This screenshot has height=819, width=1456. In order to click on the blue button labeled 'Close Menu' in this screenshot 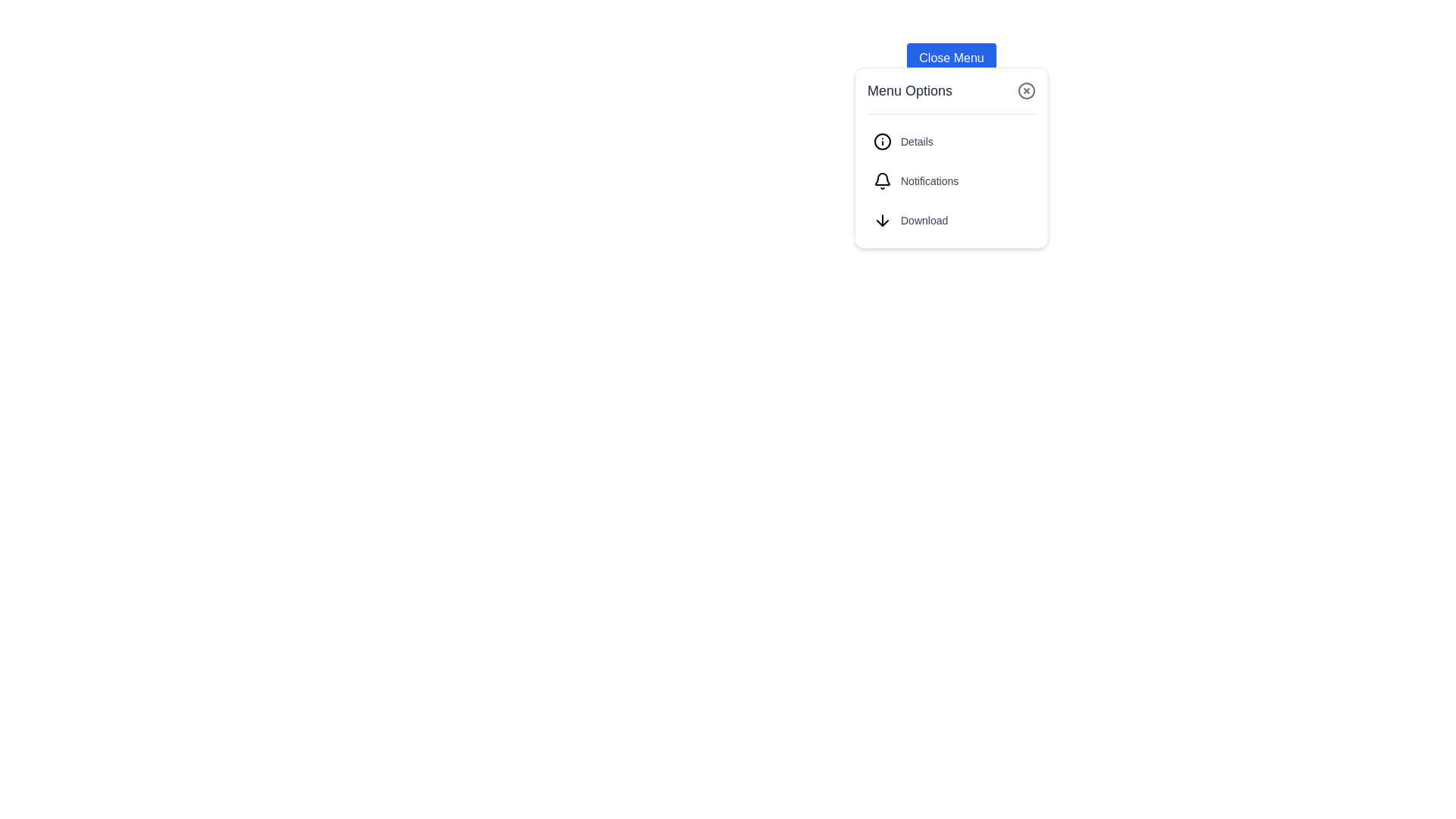, I will do `click(950, 58)`.